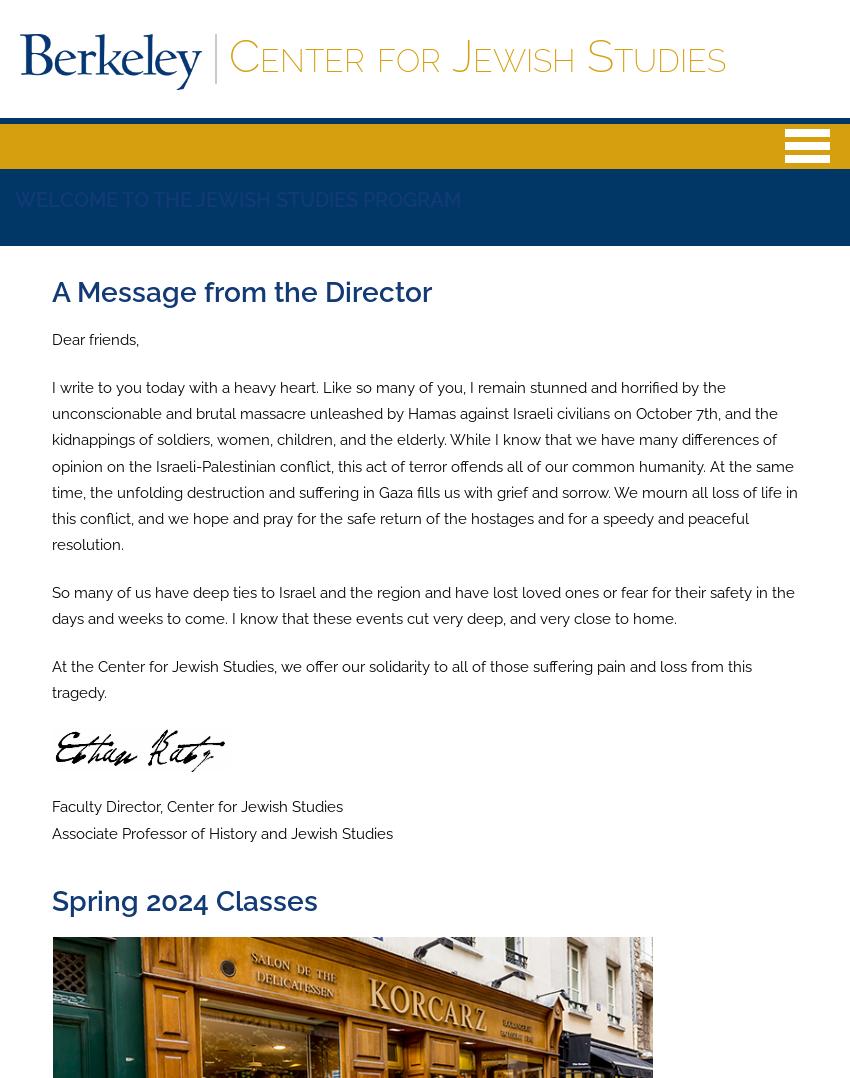 This screenshot has width=850, height=1078. What do you see at coordinates (52, 832) in the screenshot?
I see `'Associate Professor of History and Jewish Studies'` at bounding box center [52, 832].